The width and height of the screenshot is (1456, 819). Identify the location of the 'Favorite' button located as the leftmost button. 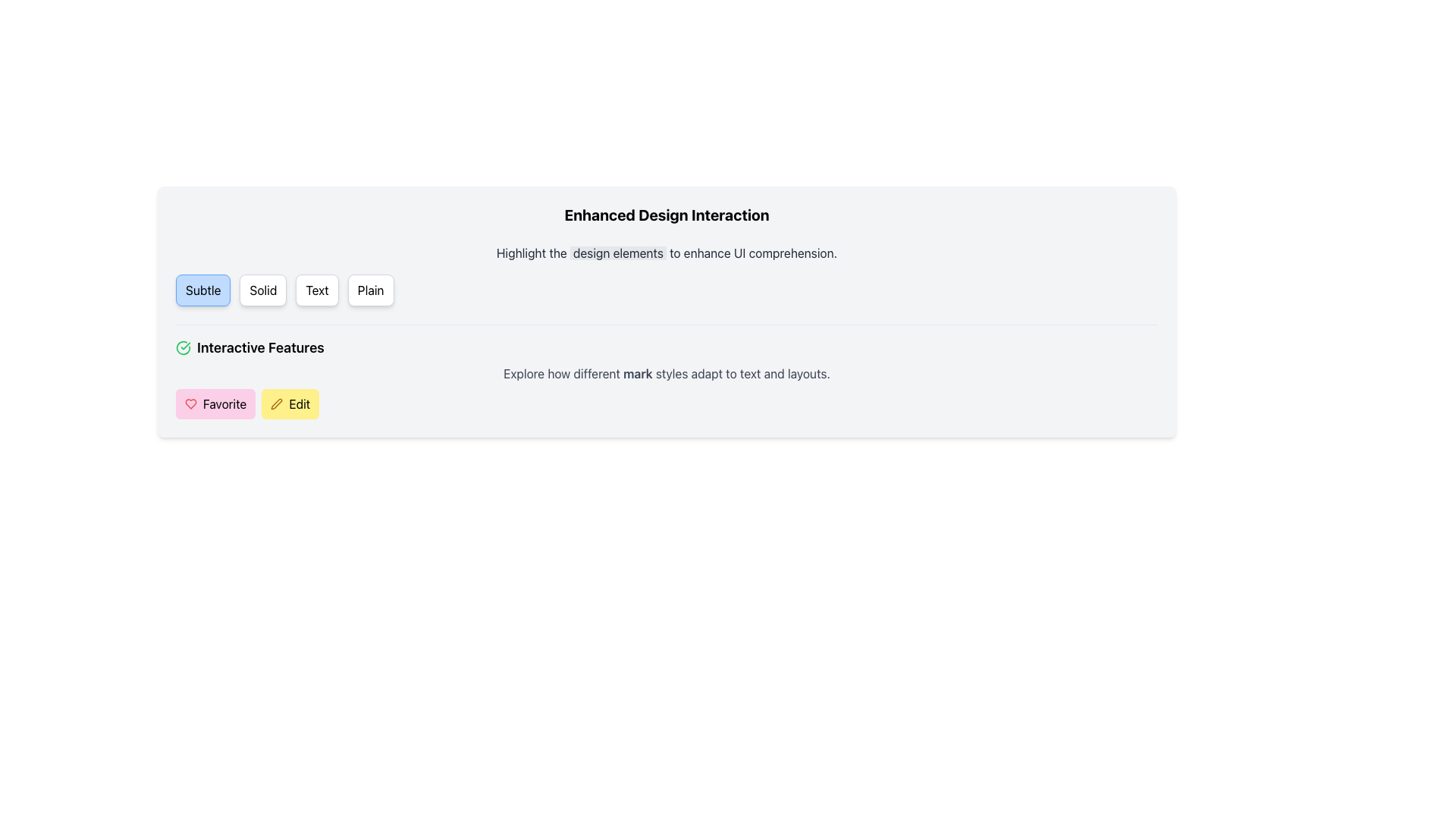
(215, 403).